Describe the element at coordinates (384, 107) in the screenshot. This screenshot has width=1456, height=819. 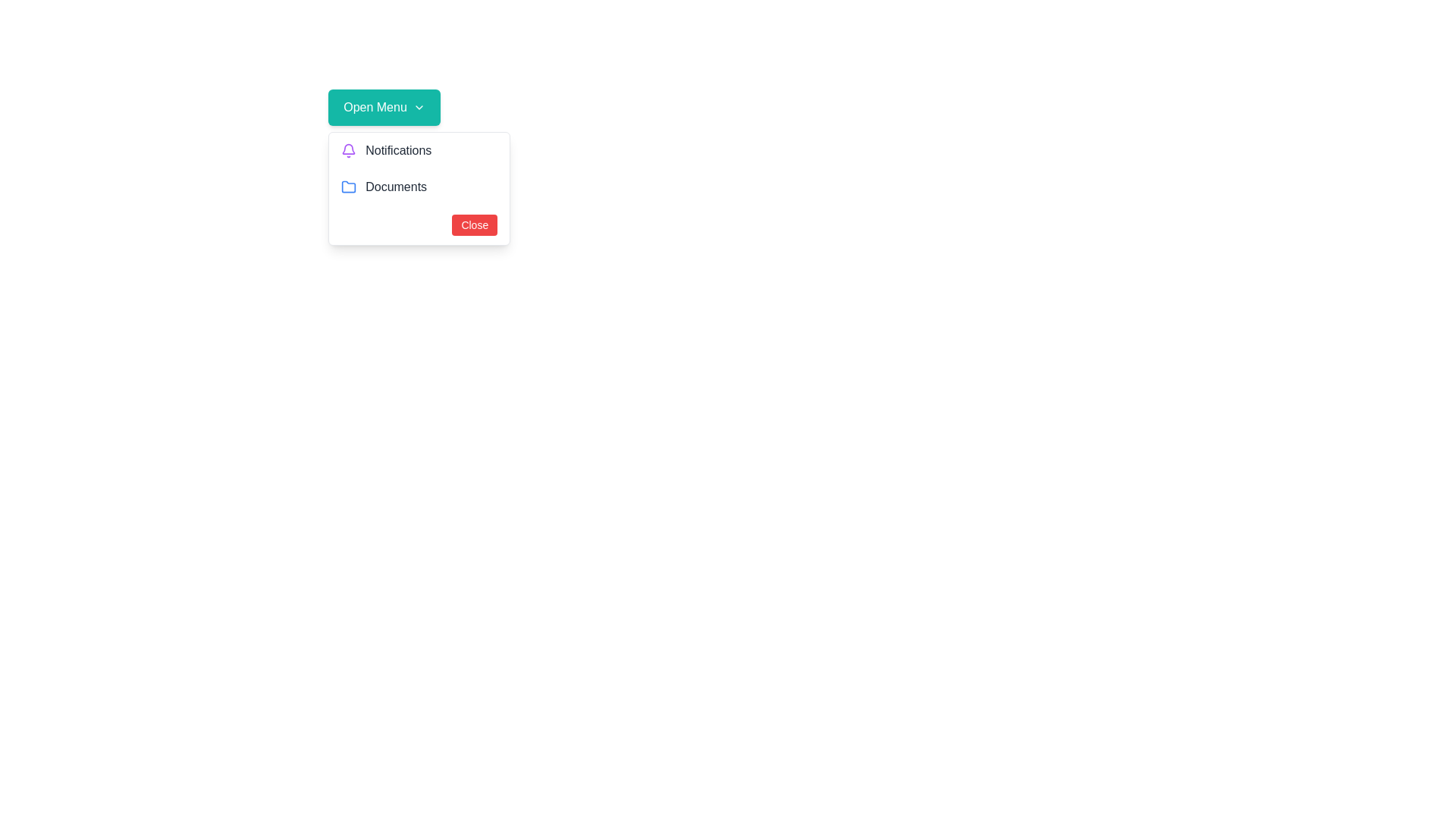
I see `the 'Open Menu' button, which is a teal rectangular button with white text and a downward arrow icon, located at the top-center of the dropdown menu structure` at that location.